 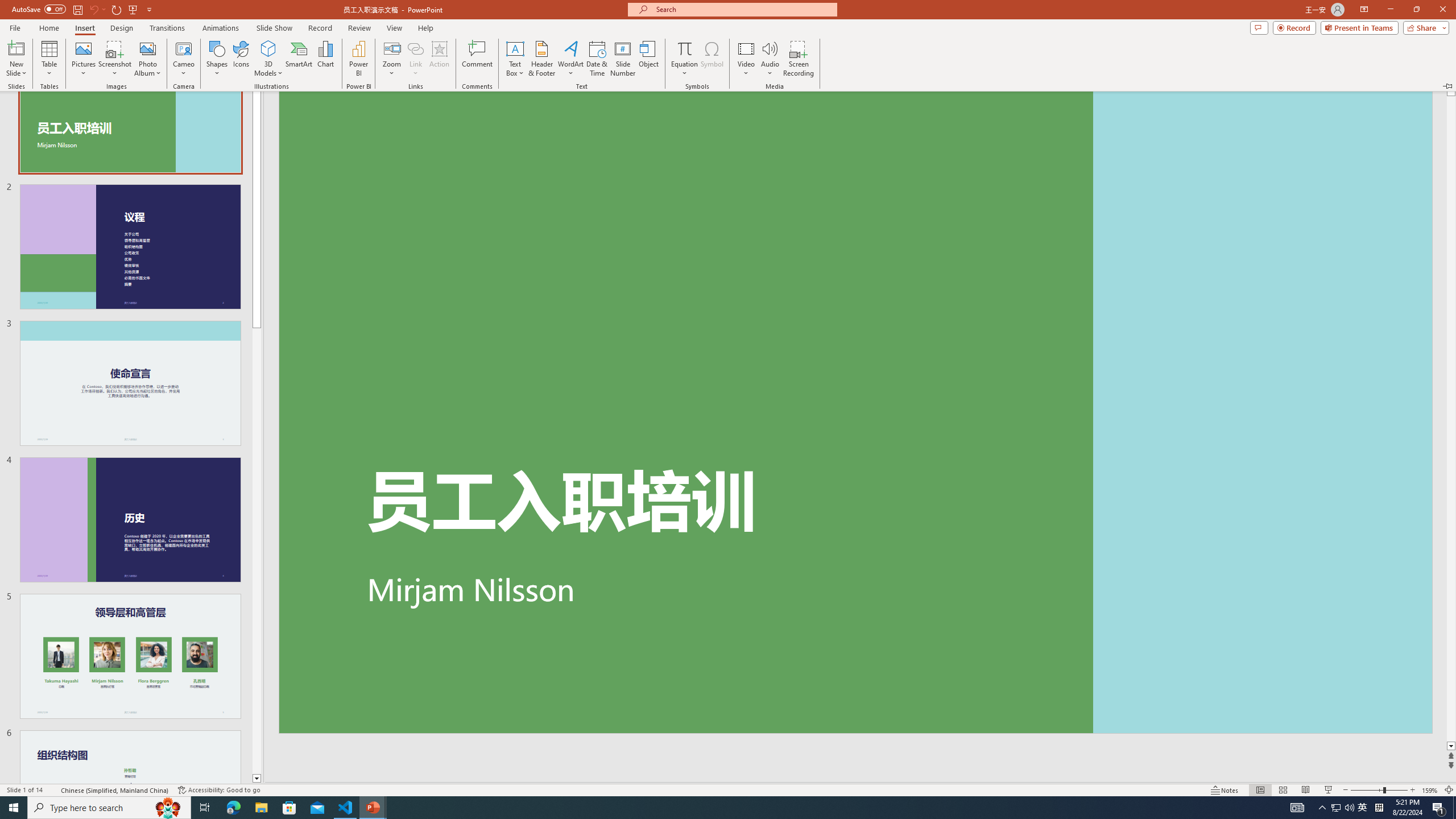 I want to click on 'Action Center, 1 new notification', so click(x=1439, y=806).